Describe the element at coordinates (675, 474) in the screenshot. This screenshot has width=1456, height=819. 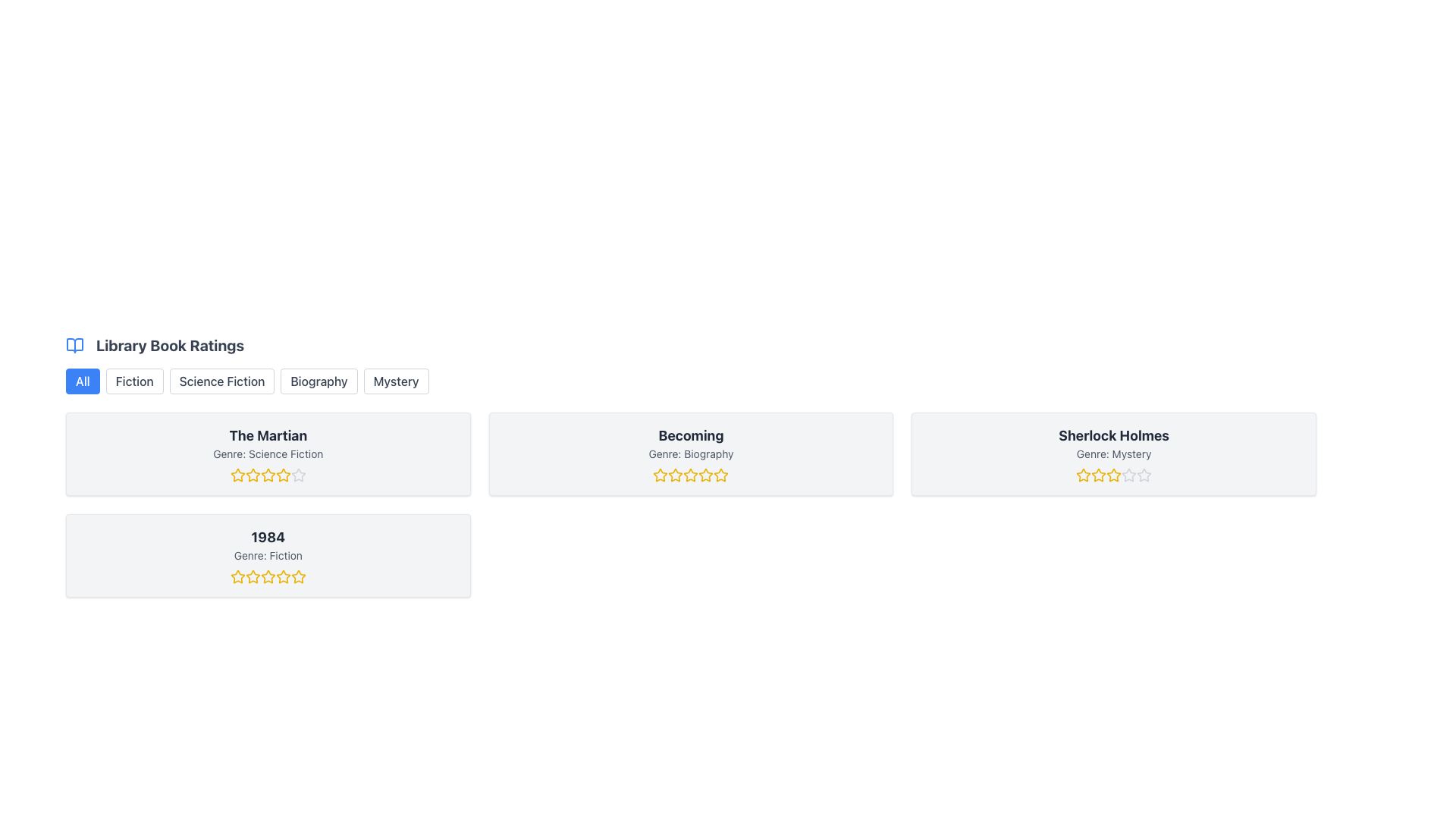
I see `the second star icon in the rating component under the book card titled 'Becoming'` at that location.